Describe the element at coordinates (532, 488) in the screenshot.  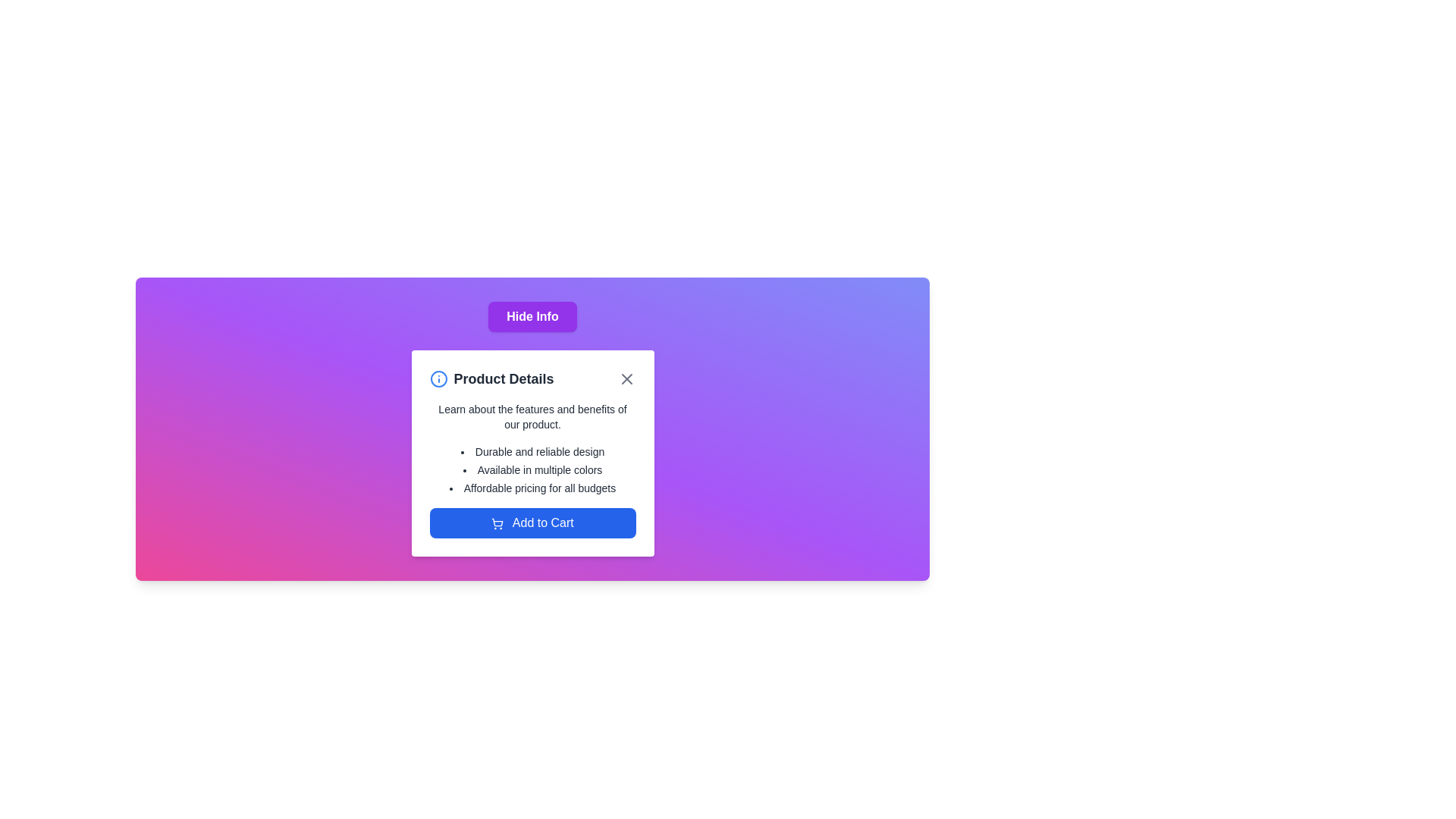
I see `the static text list item that states 'Affordable pricing for all budgets', which is the third item in the bullet-point list in the 'Product Details' dialog box` at that location.